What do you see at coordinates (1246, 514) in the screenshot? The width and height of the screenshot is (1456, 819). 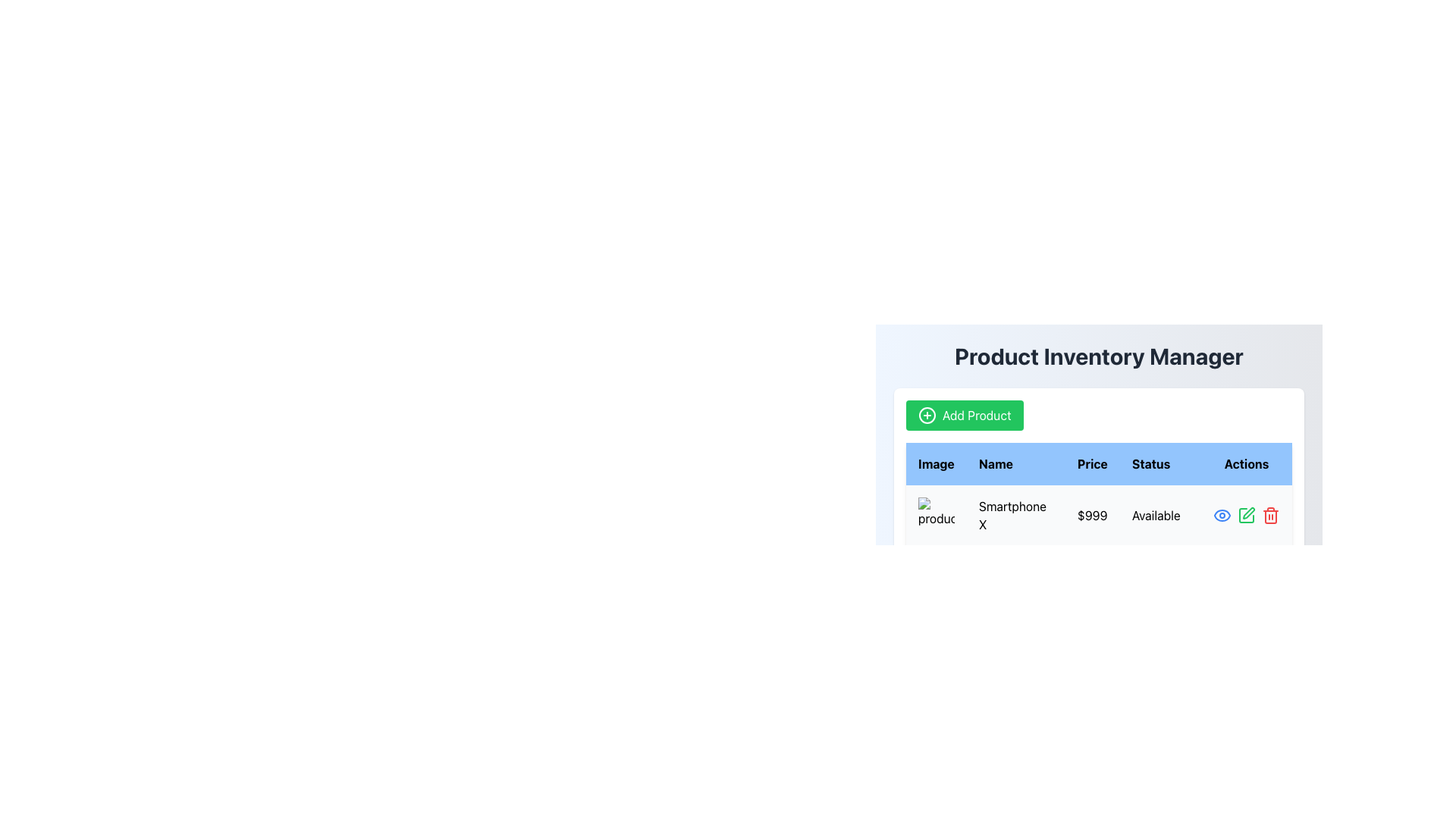 I see `the edit button with a green pencil icon located between the blue eye icon and the red trash can icon in the actions row for 'Smartphone X'` at bounding box center [1246, 514].